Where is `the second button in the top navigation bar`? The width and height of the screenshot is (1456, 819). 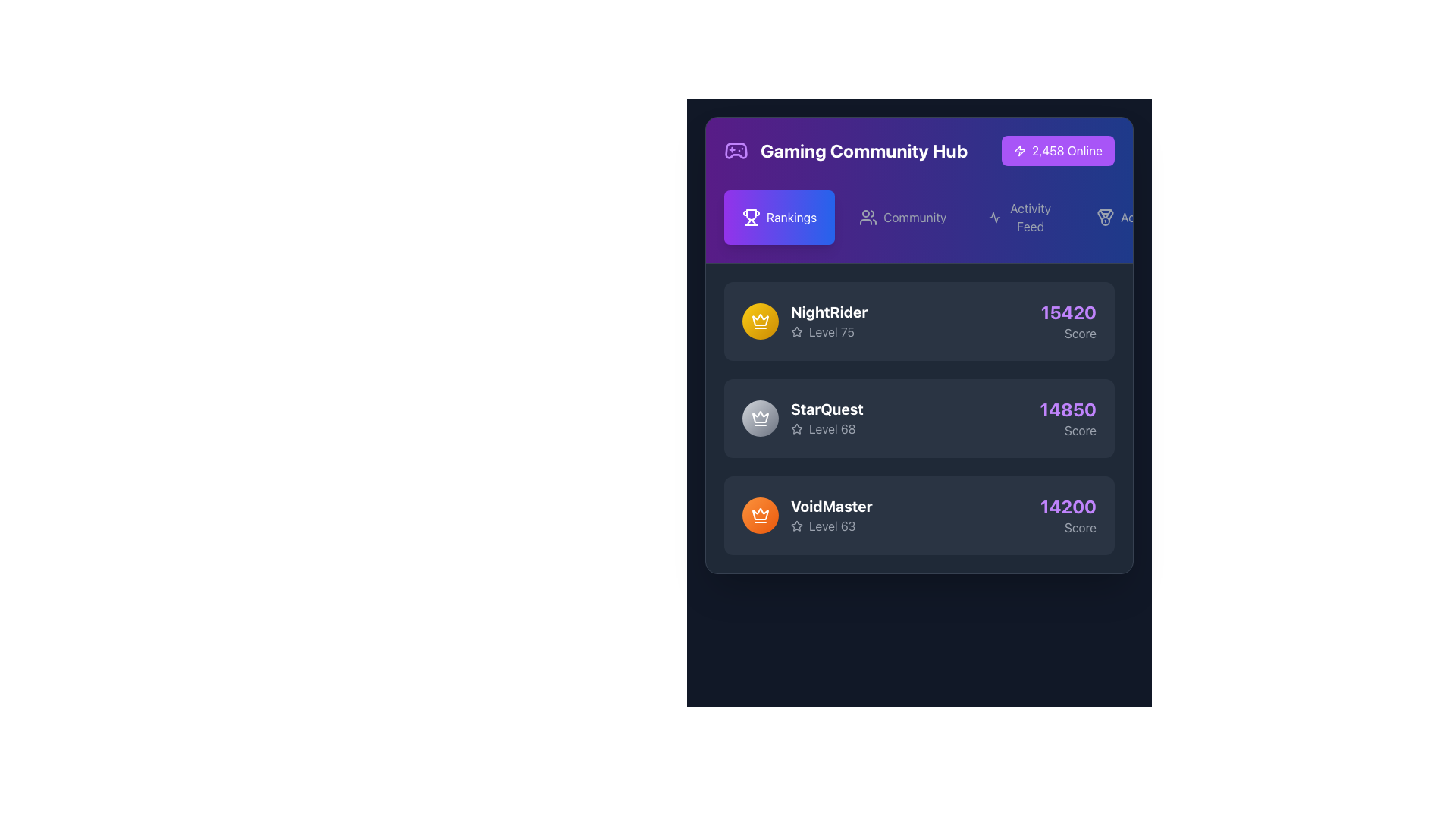 the second button in the top navigation bar is located at coordinates (902, 217).